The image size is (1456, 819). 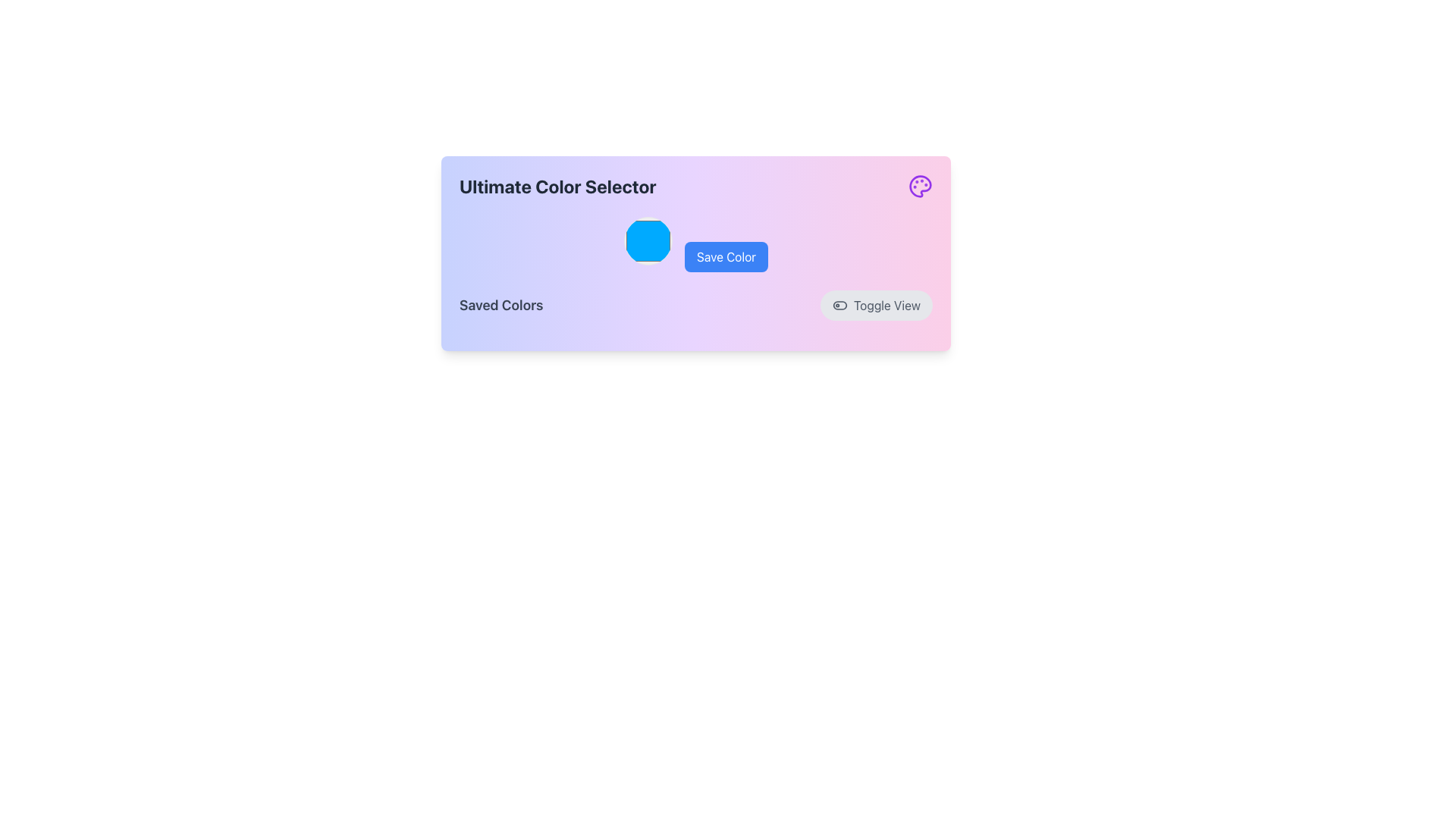 I want to click on the toggle switch background to change its state from on to off or vice versa, so click(x=839, y=305).